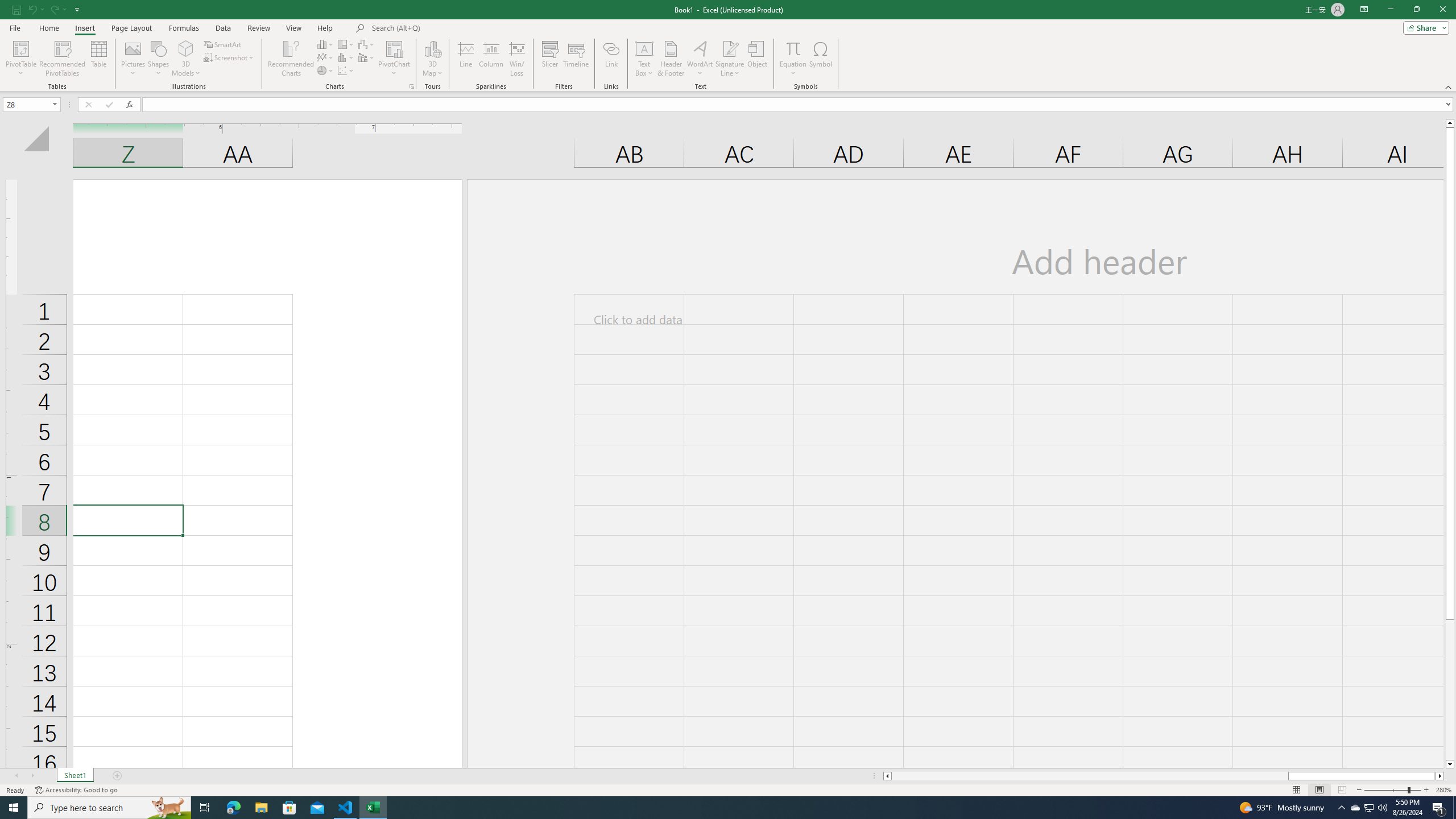 The image size is (1456, 819). What do you see at coordinates (20, 59) in the screenshot?
I see `'PivotTable'` at bounding box center [20, 59].